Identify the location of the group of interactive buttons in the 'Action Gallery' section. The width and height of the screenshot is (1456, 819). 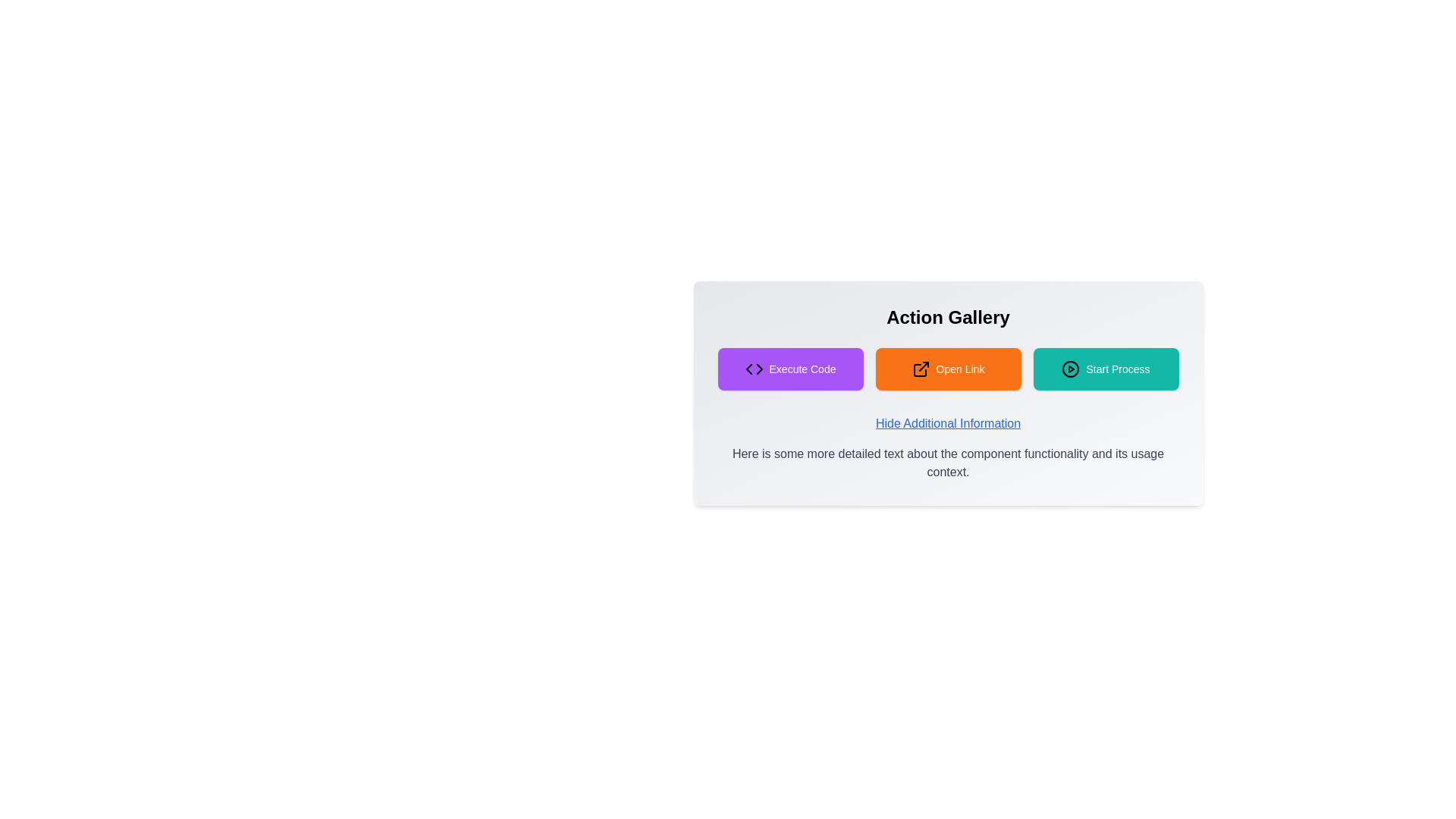
(947, 369).